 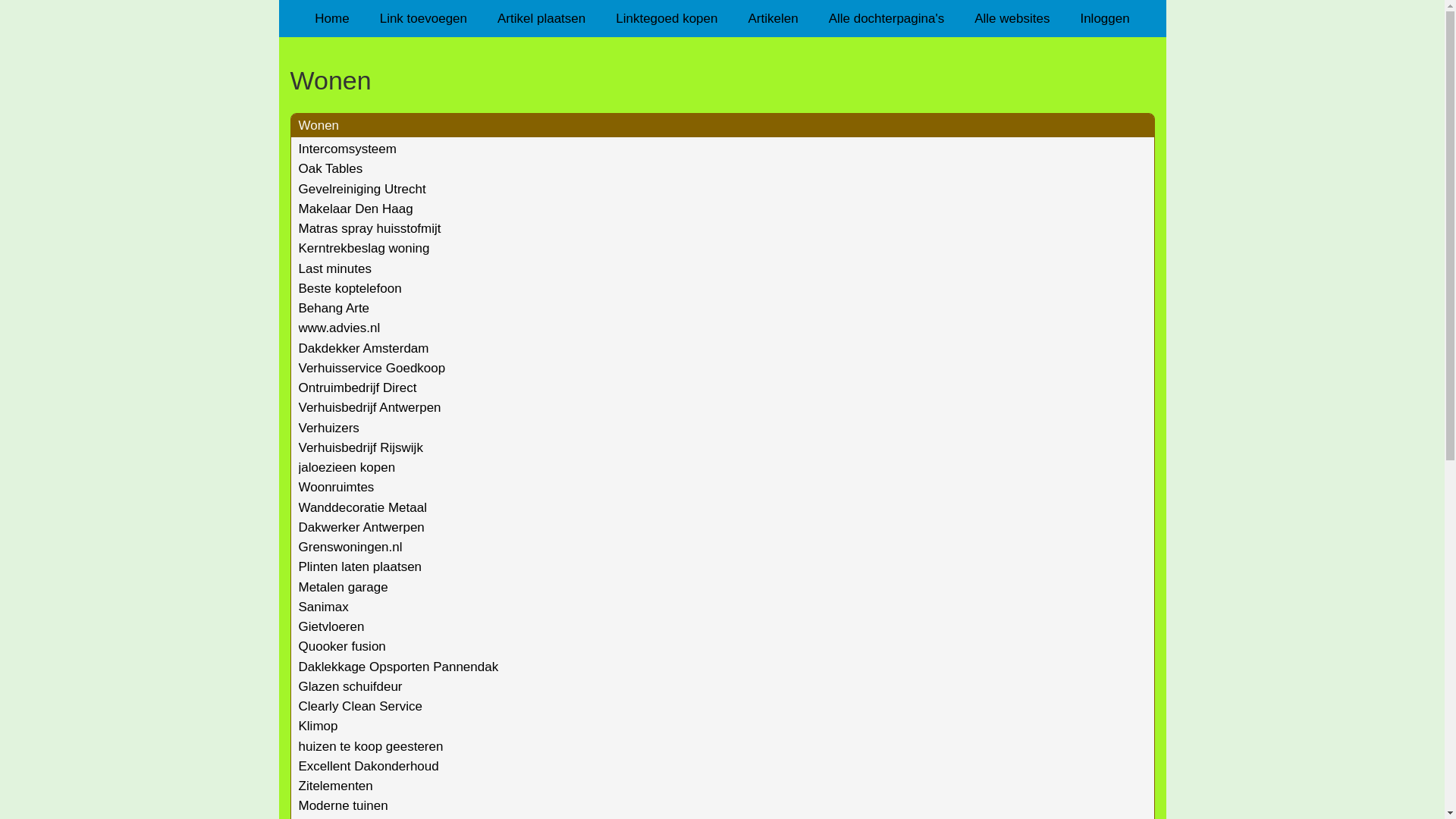 I want to click on 'Gevelreiniging Utrecht', so click(x=298, y=188).